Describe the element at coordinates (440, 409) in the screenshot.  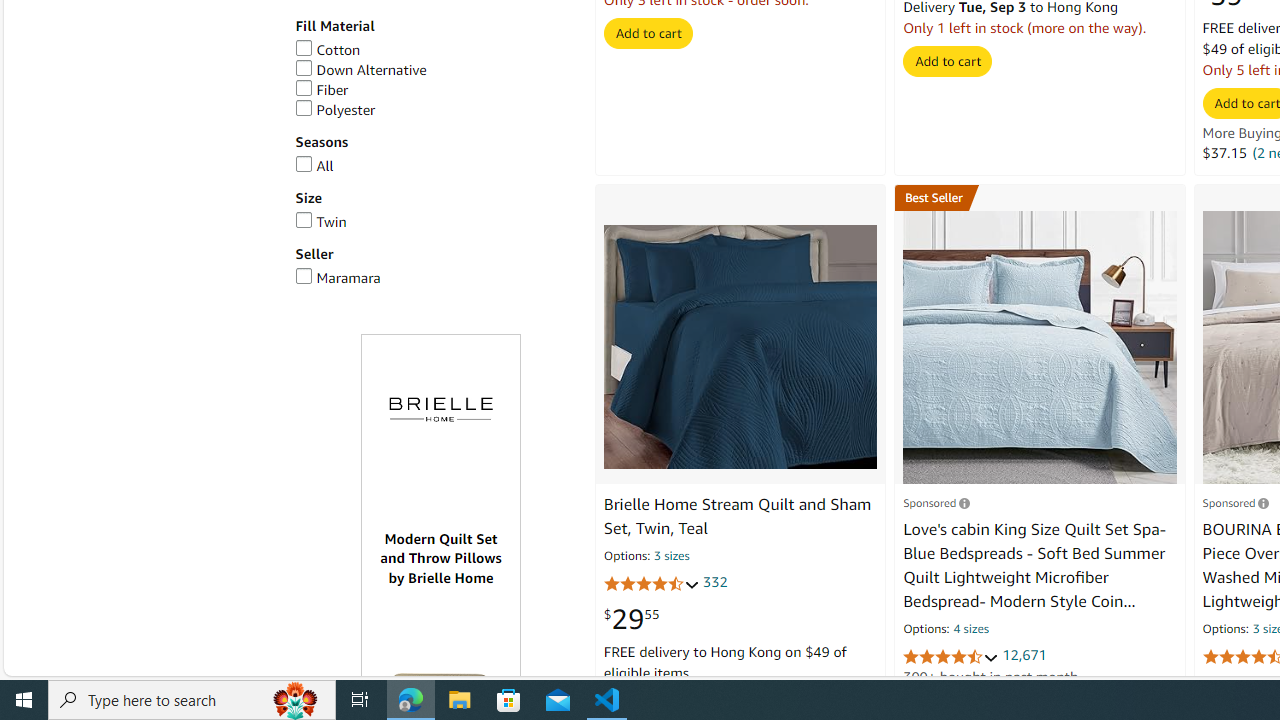
I see `'Logo'` at that location.